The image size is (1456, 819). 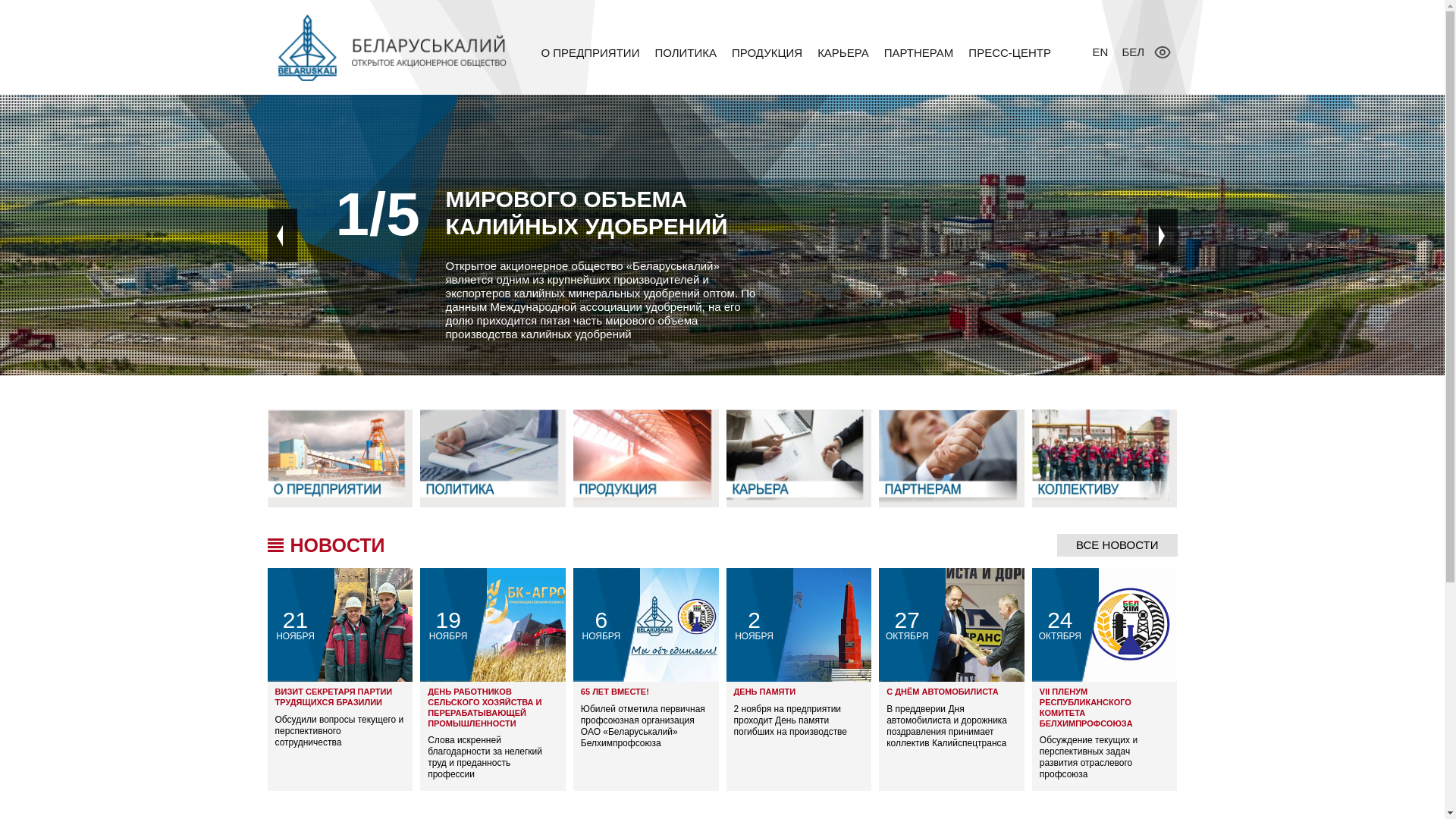 I want to click on 'EN', so click(x=1103, y=51).